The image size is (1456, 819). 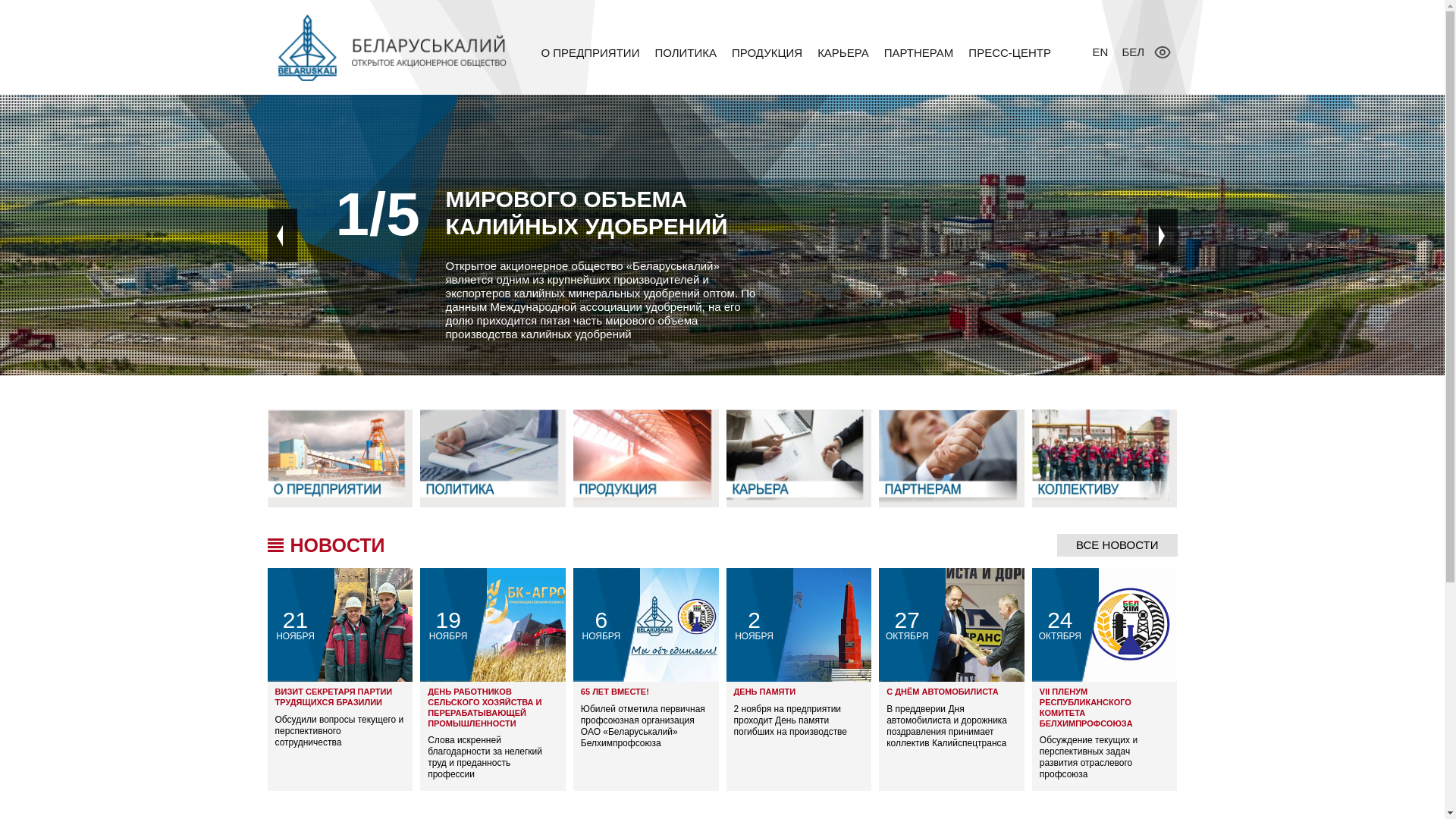 I want to click on 'EN', so click(x=1103, y=51).